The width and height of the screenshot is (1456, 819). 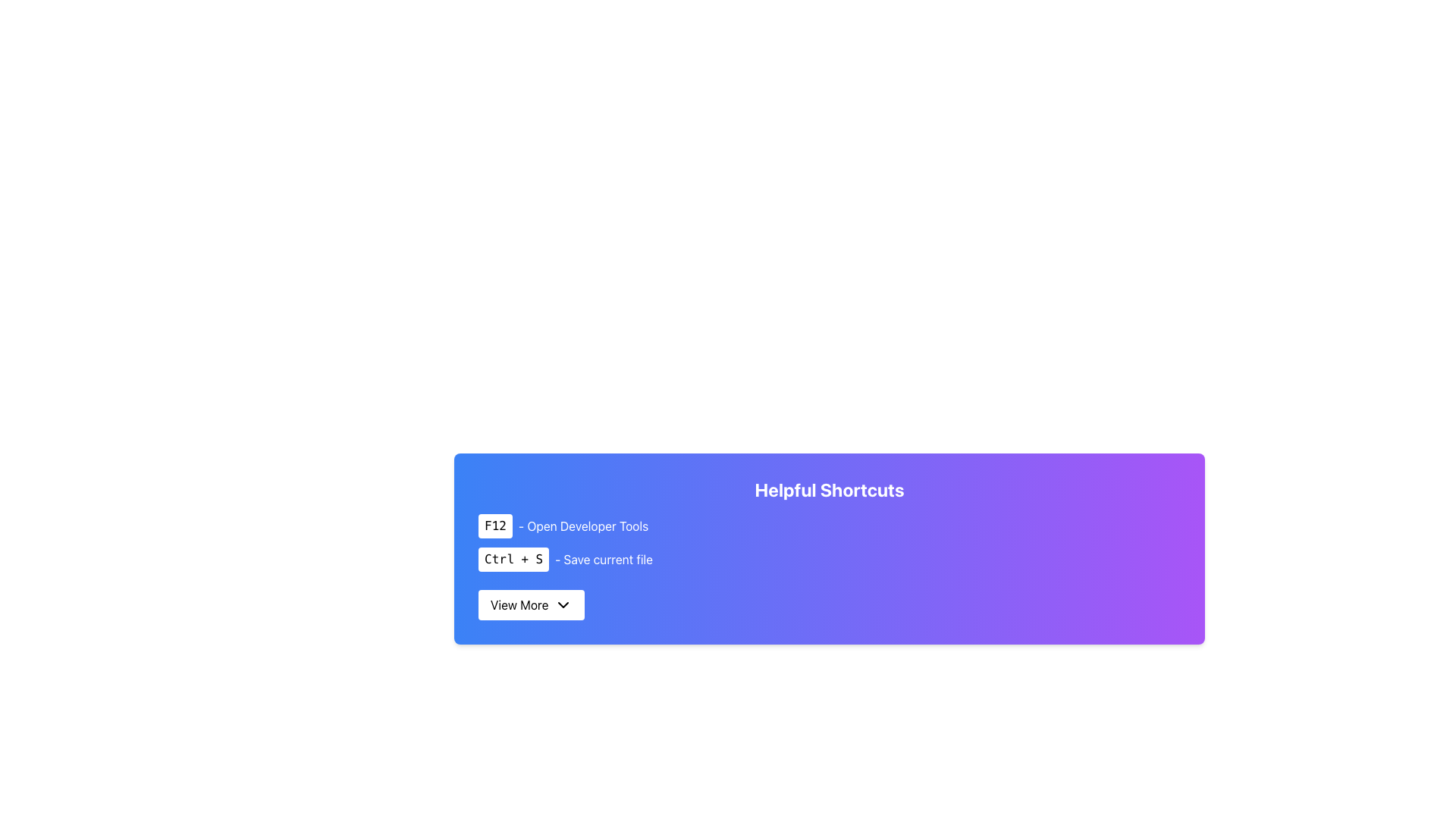 I want to click on the text '- Save current file' located immediately after 'Ctrl + S' in the keyboard shortcuts list on the 'Helpful Shortcuts' card, so click(x=603, y=559).